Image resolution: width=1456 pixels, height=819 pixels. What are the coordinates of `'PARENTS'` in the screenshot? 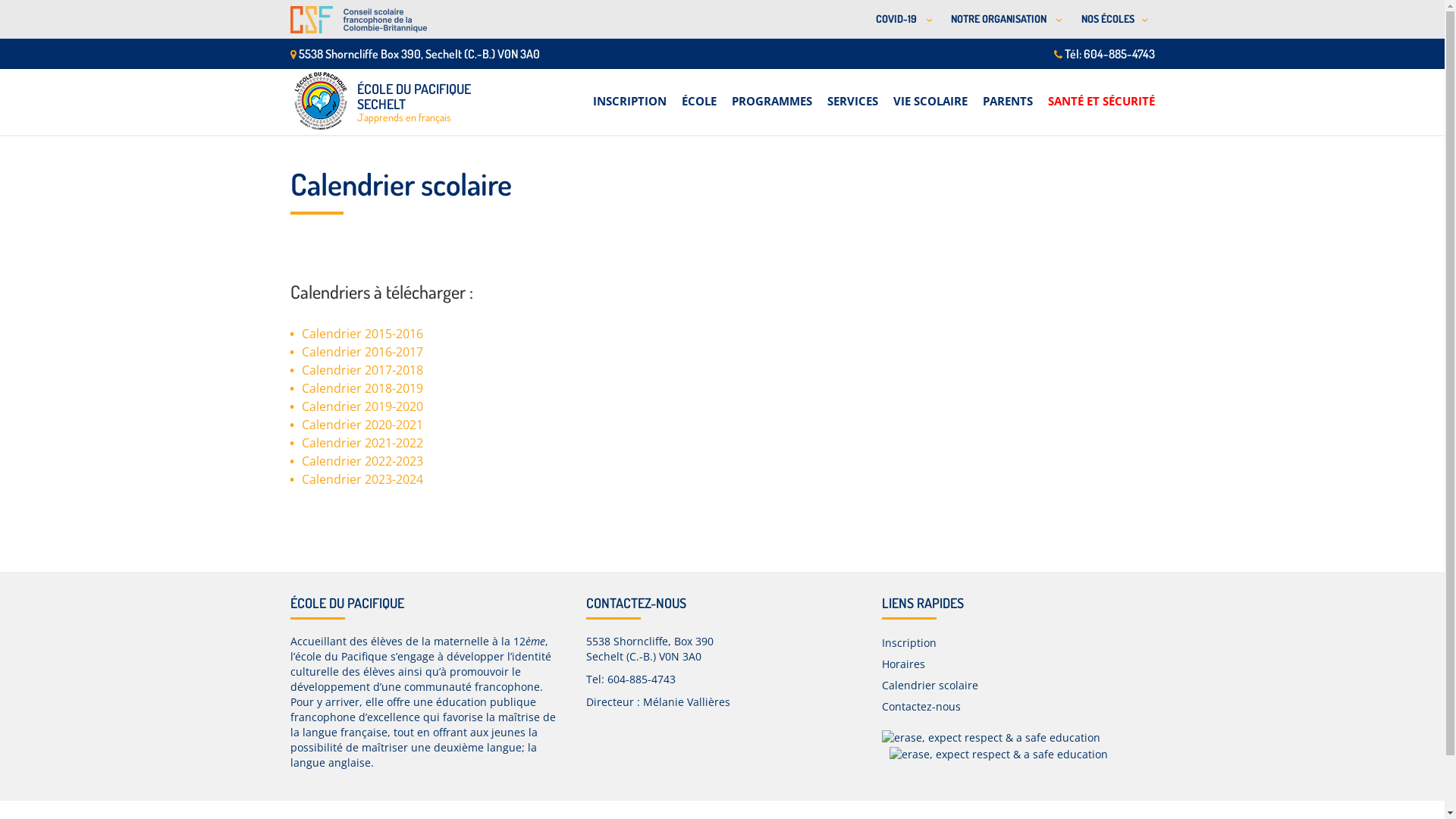 It's located at (983, 93).